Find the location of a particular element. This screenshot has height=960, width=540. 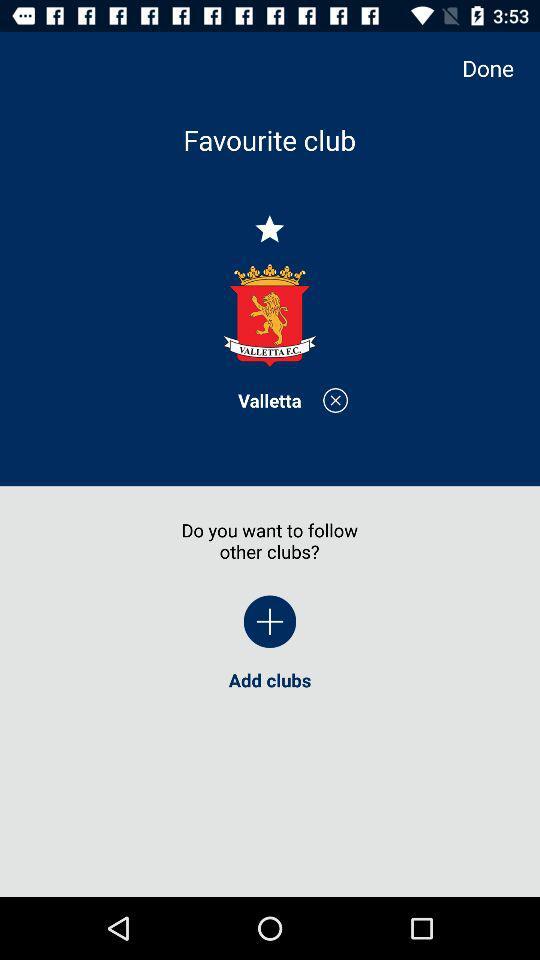

done item is located at coordinates (496, 68).